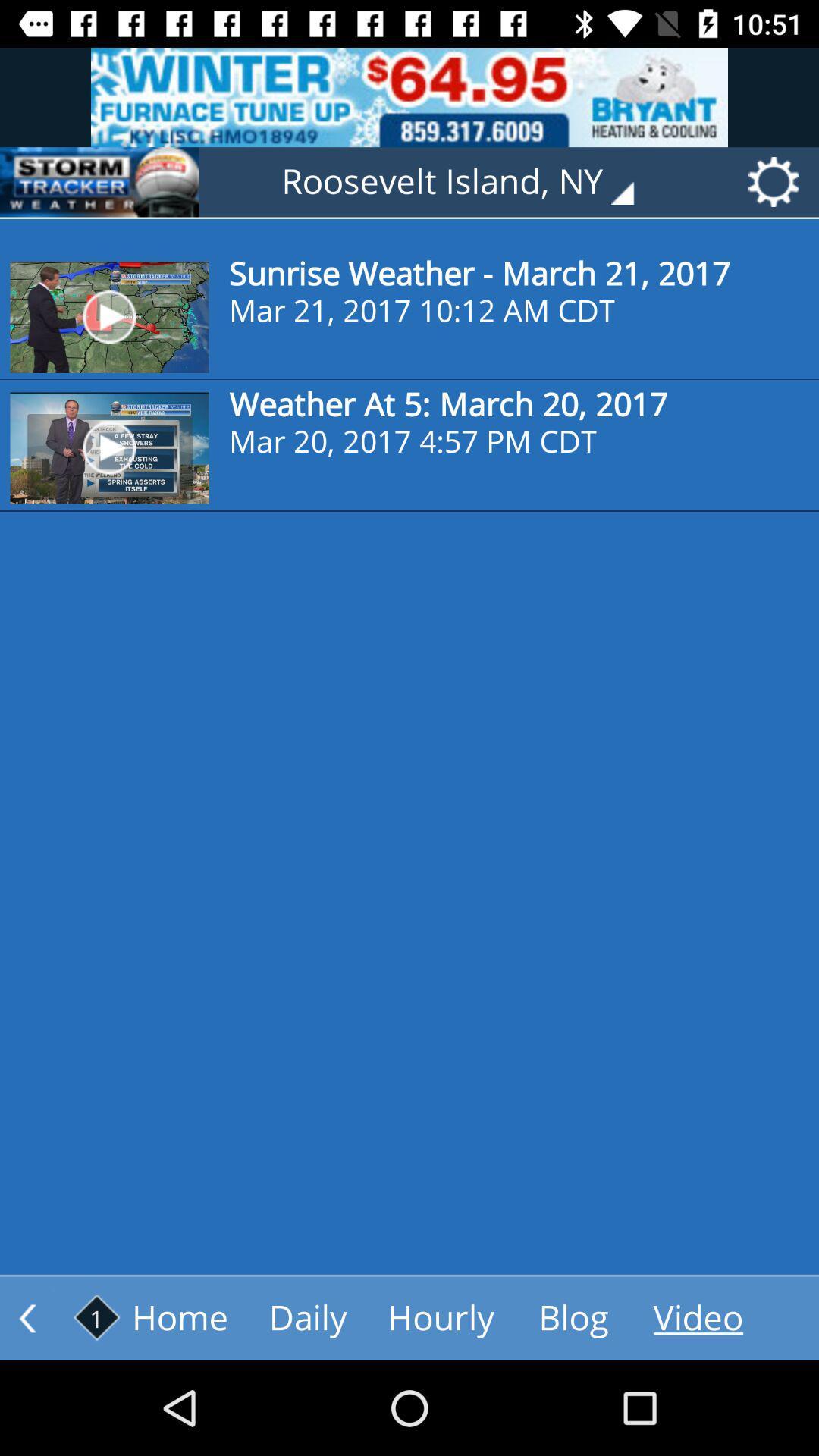  Describe the element at coordinates (27, 1317) in the screenshot. I see `go back` at that location.